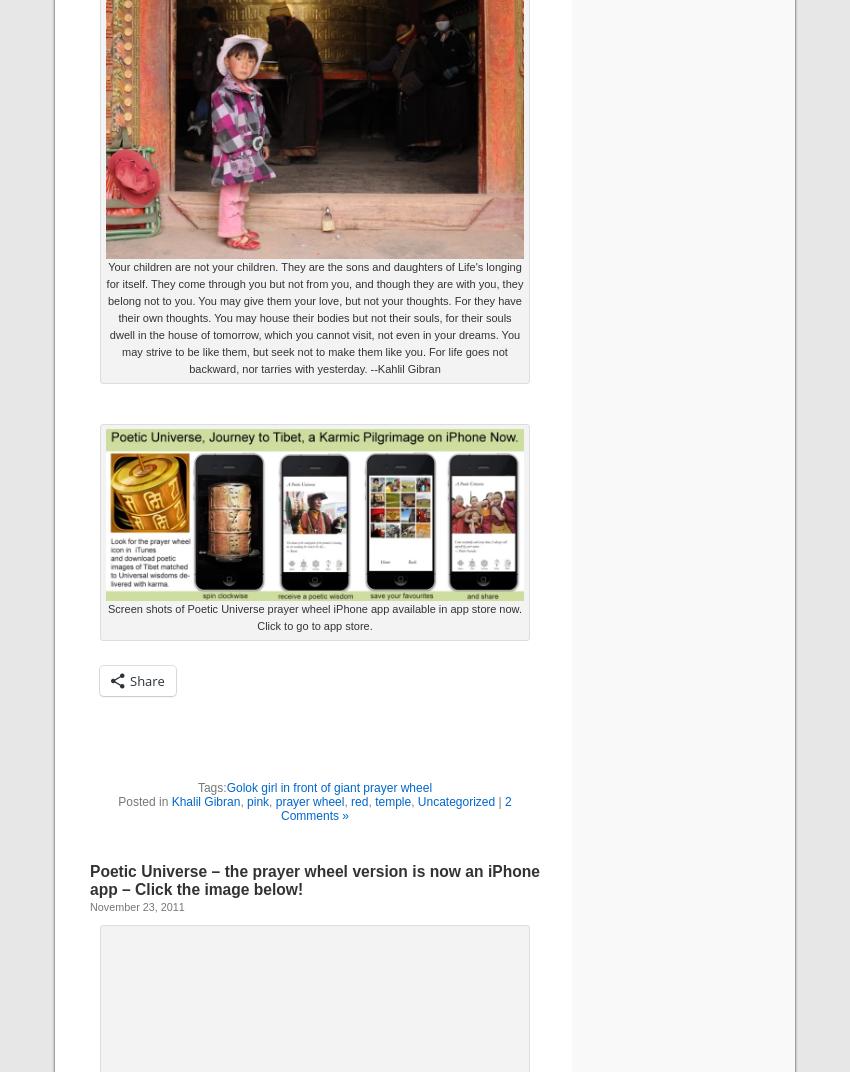  Describe the element at coordinates (226, 786) in the screenshot. I see `'Golok girl in front of giant prayer wheel'` at that location.